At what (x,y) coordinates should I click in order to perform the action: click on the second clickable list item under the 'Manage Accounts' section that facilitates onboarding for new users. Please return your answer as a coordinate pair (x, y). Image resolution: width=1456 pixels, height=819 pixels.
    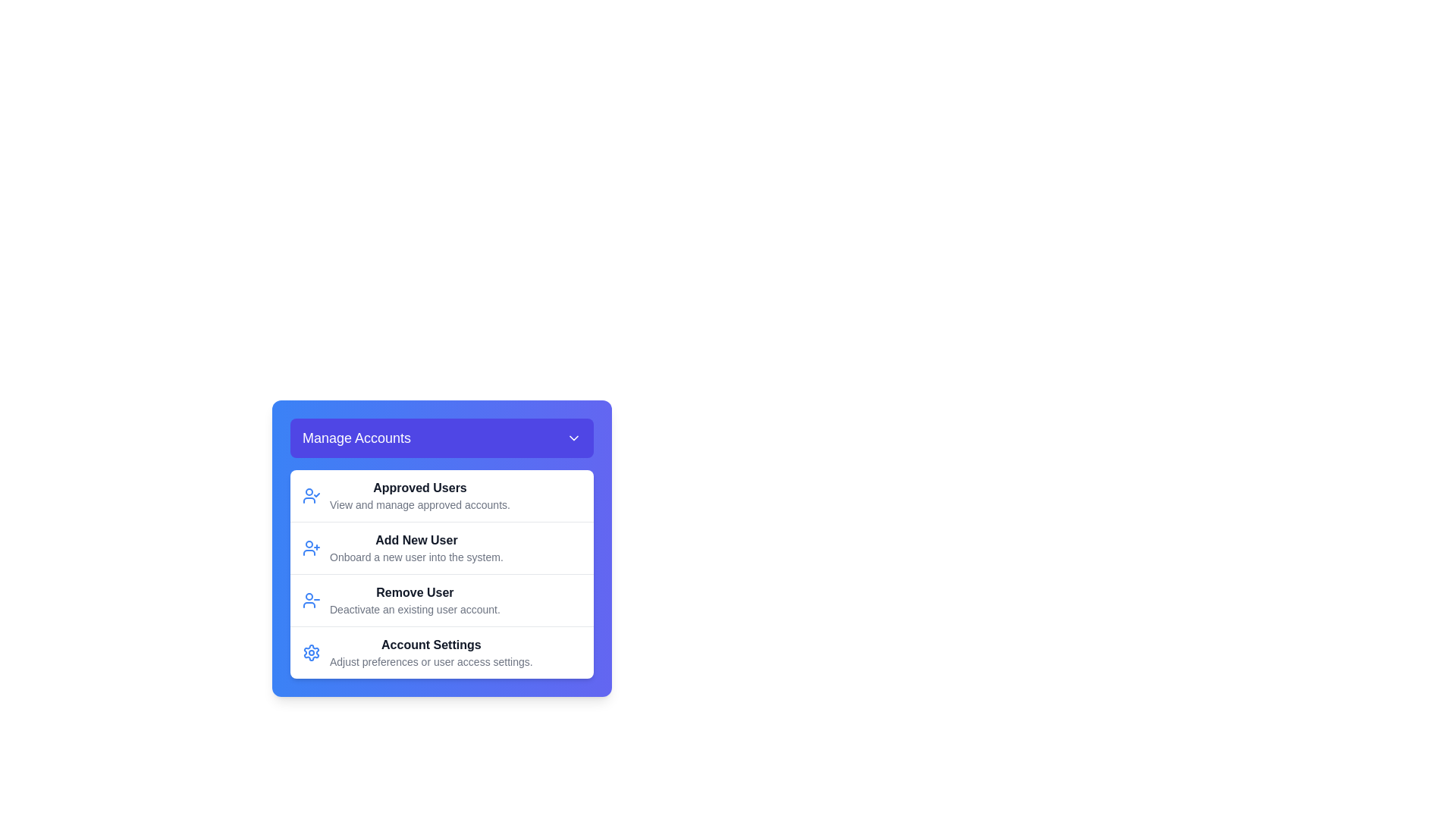
    Looking at the image, I should click on (441, 547).